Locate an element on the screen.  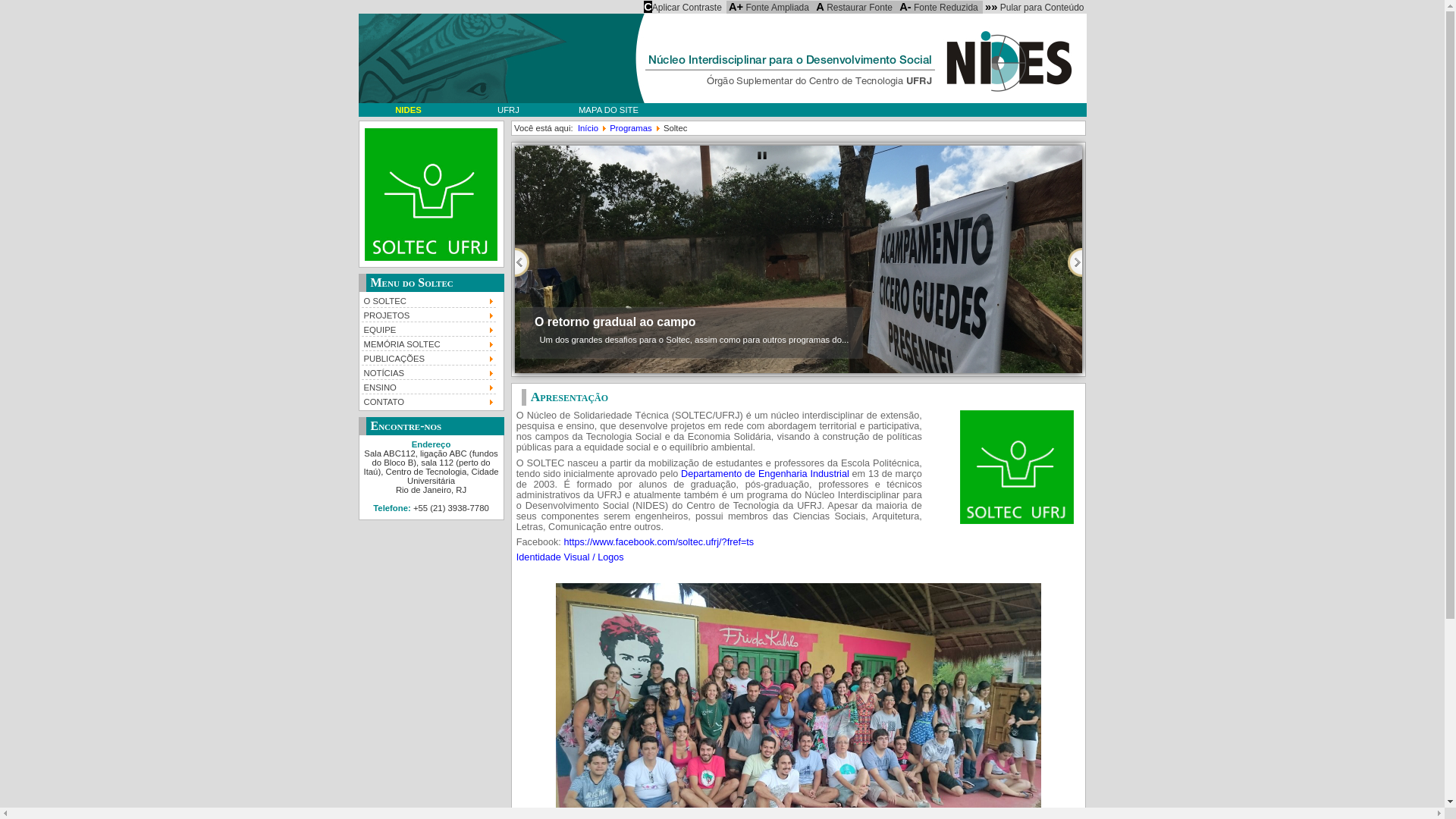
'A Restaurar Fonte' is located at coordinates (854, 6).